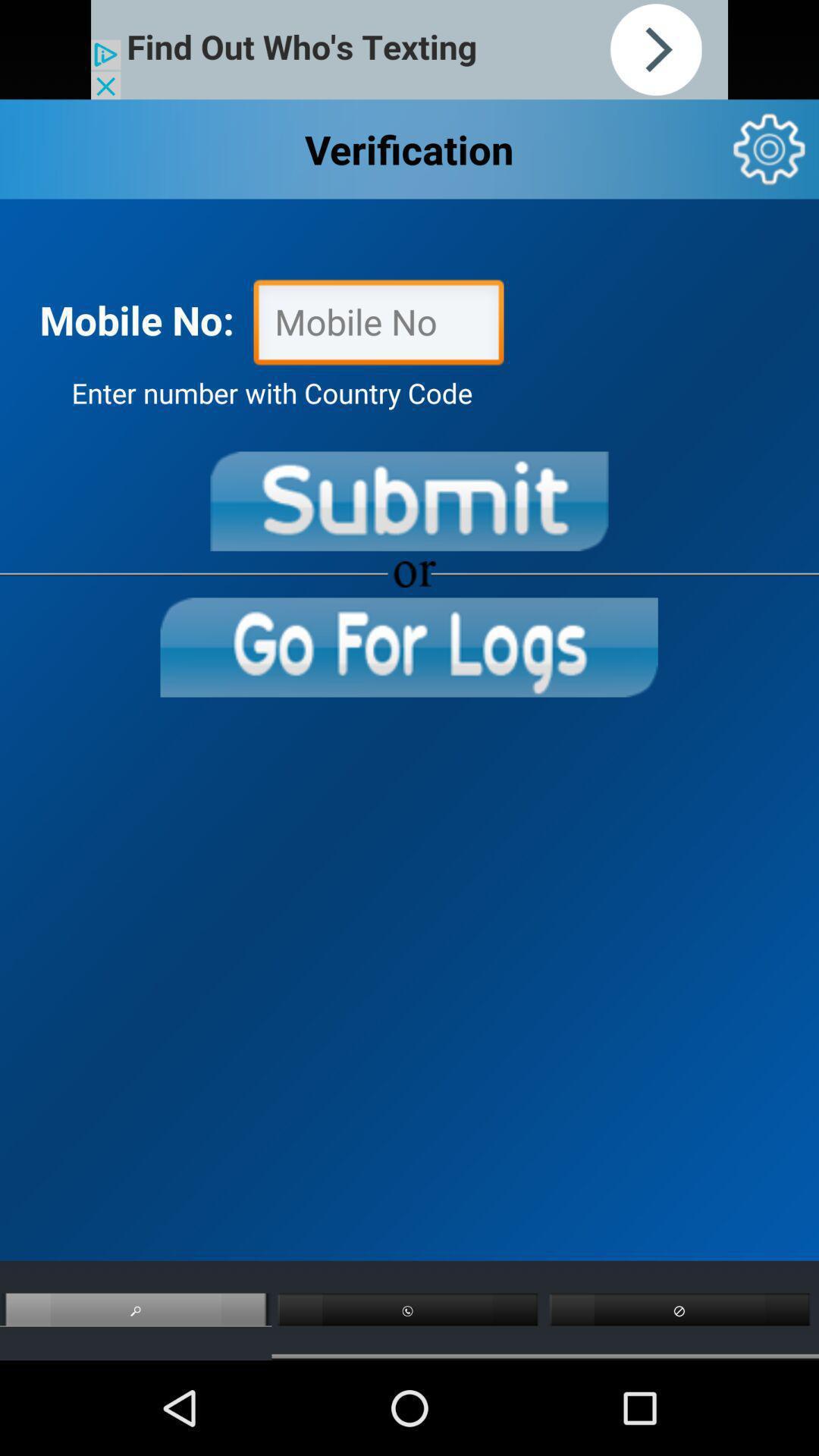 This screenshot has height=1456, width=819. Describe the element at coordinates (378, 325) in the screenshot. I see `mobile number` at that location.